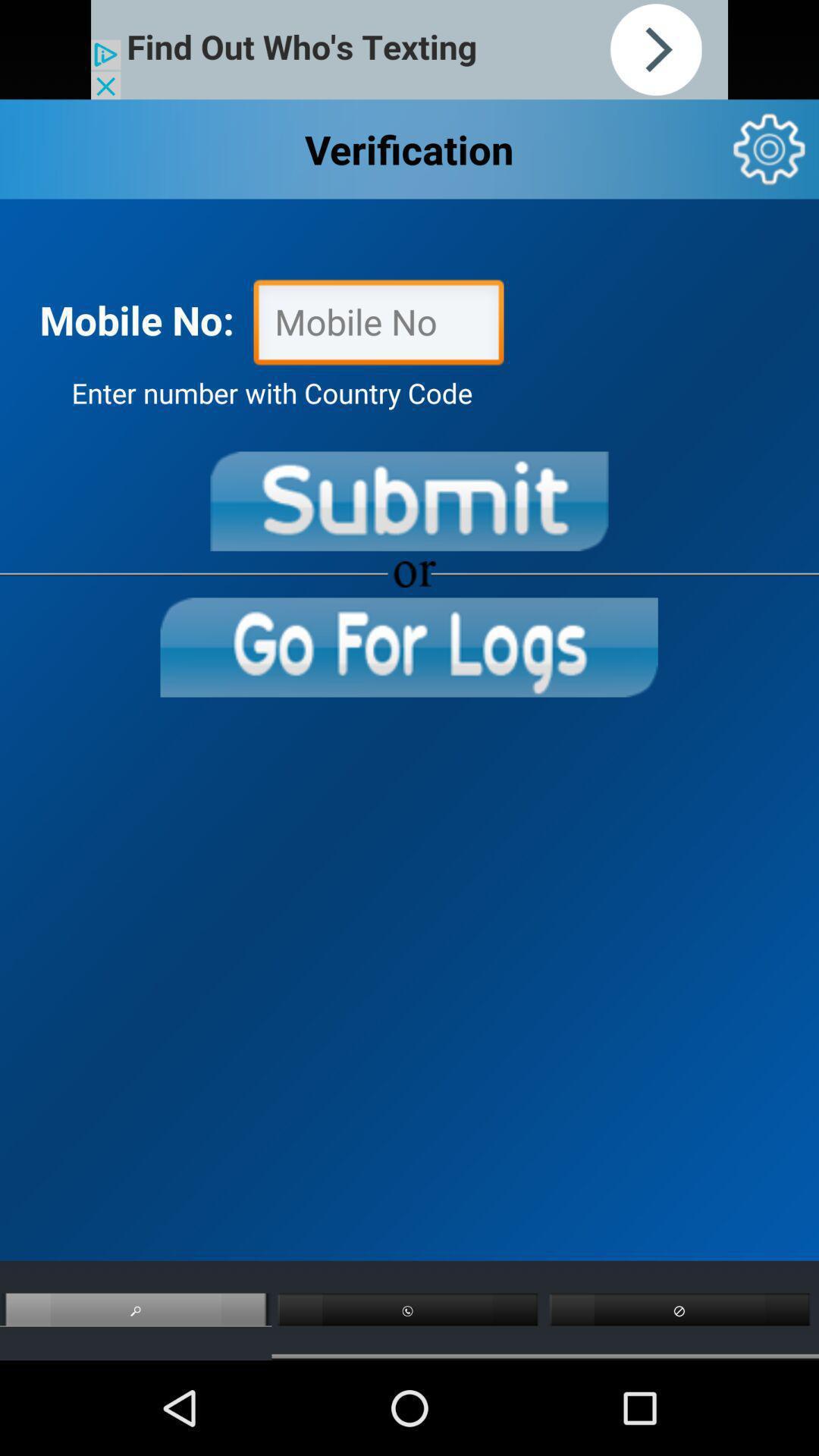 This screenshot has height=1456, width=819. Describe the element at coordinates (378, 325) in the screenshot. I see `mobile number` at that location.